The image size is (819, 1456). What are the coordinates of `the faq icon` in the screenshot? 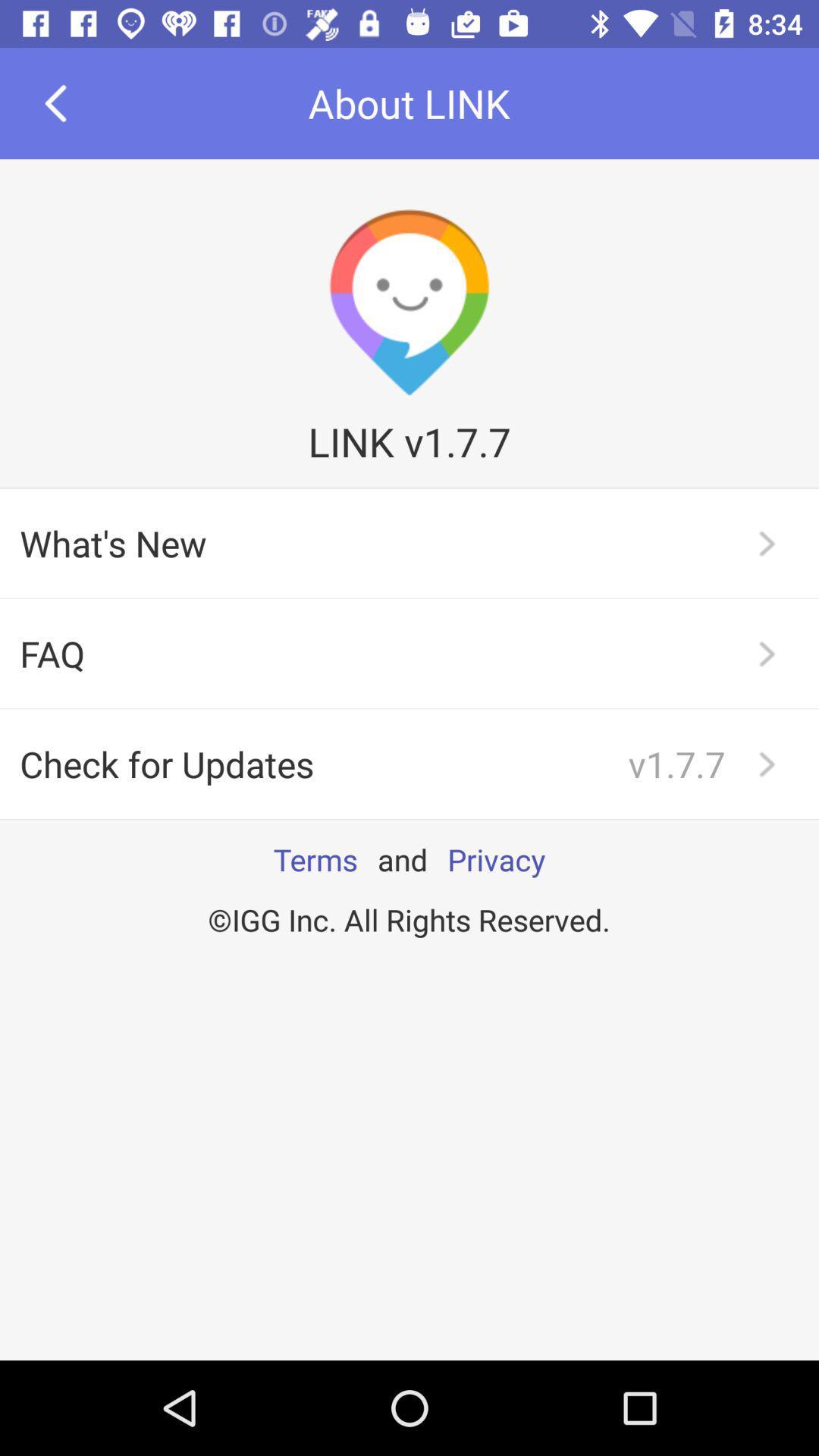 It's located at (409, 654).